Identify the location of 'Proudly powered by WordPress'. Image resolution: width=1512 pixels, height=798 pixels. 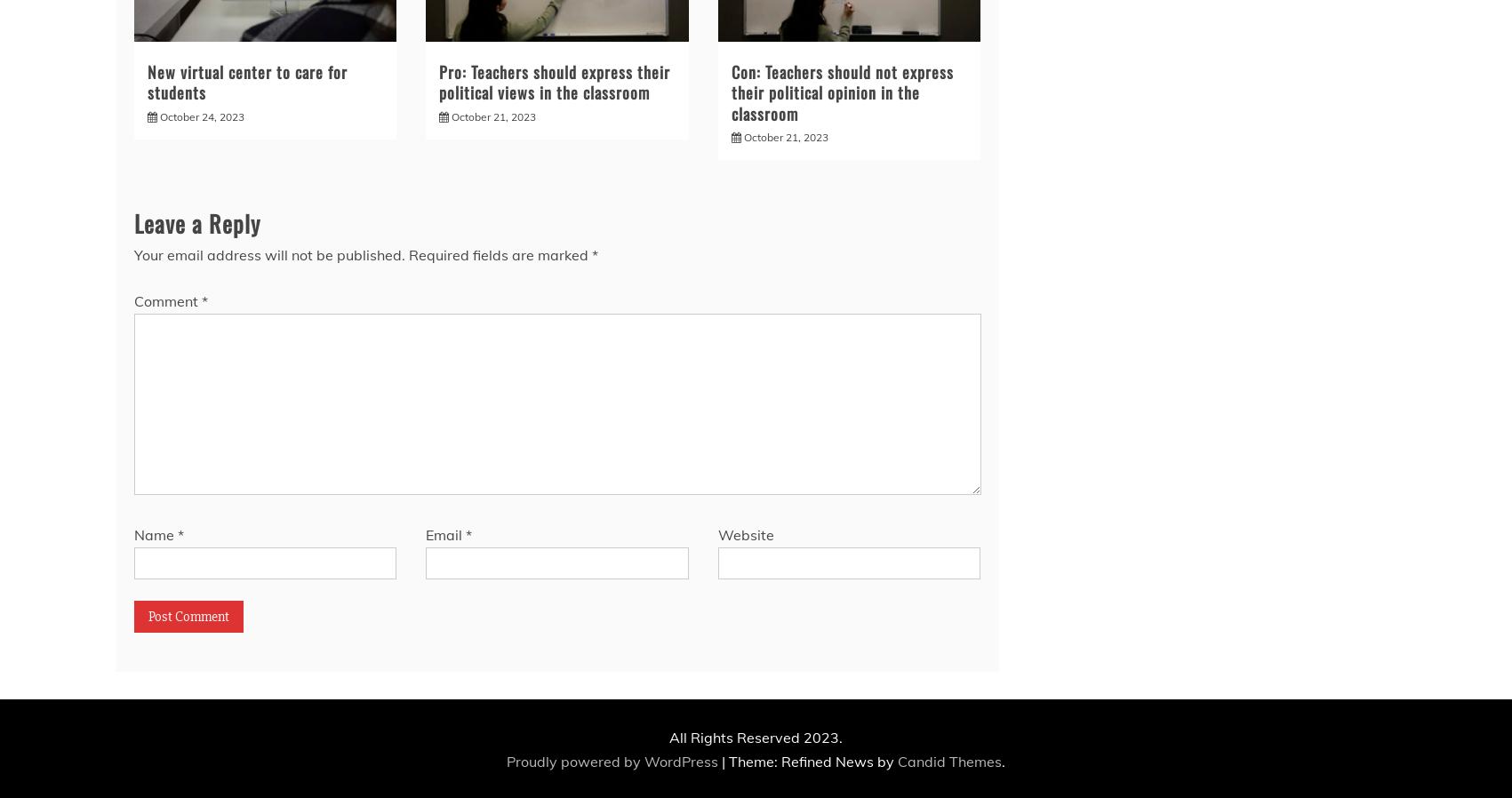
(612, 761).